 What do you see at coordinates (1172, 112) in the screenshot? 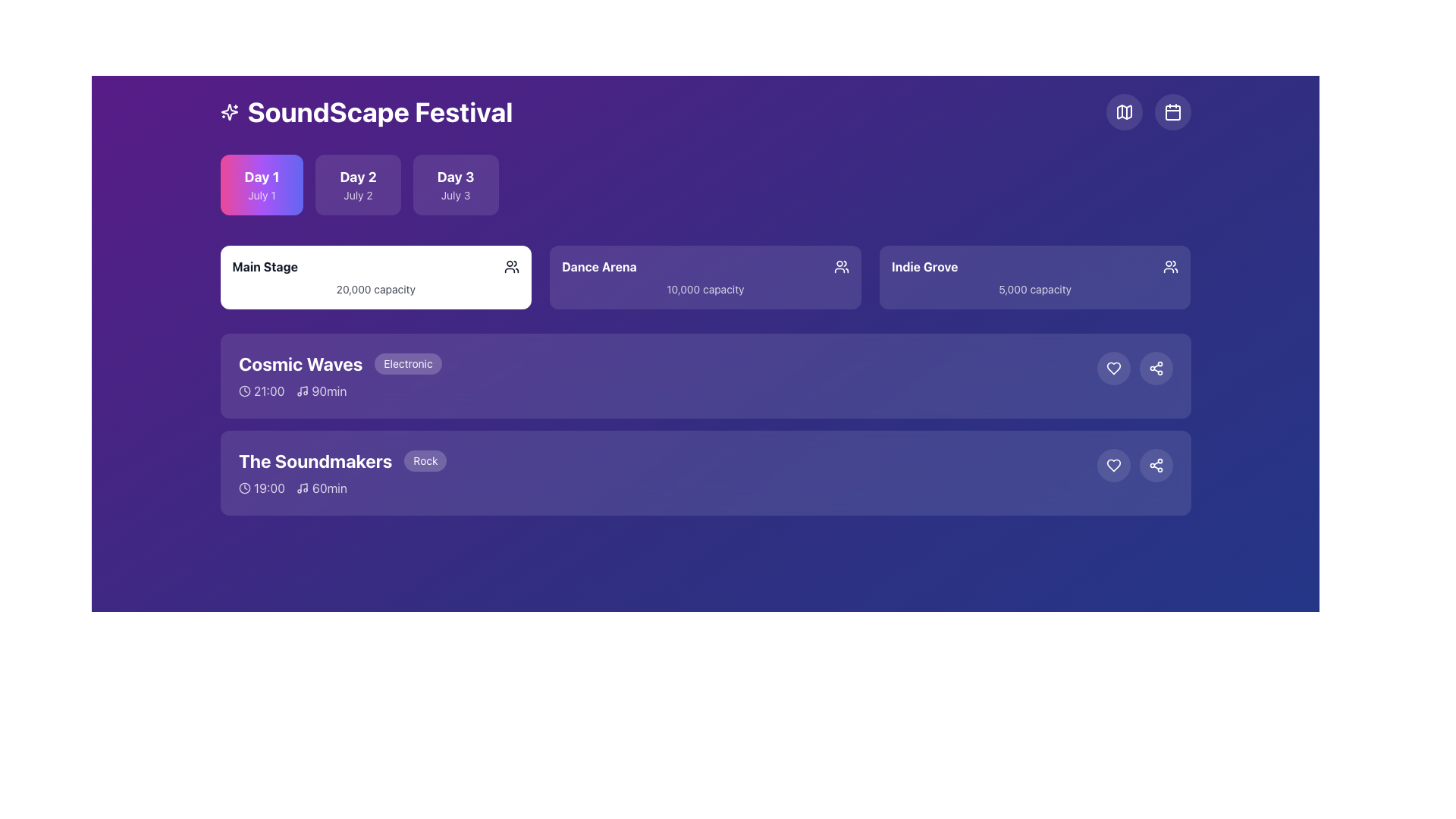
I see `the graphical representation in the top-right corner of the application interface, which is part of the calendar icon adjacent to the map icon` at bounding box center [1172, 112].